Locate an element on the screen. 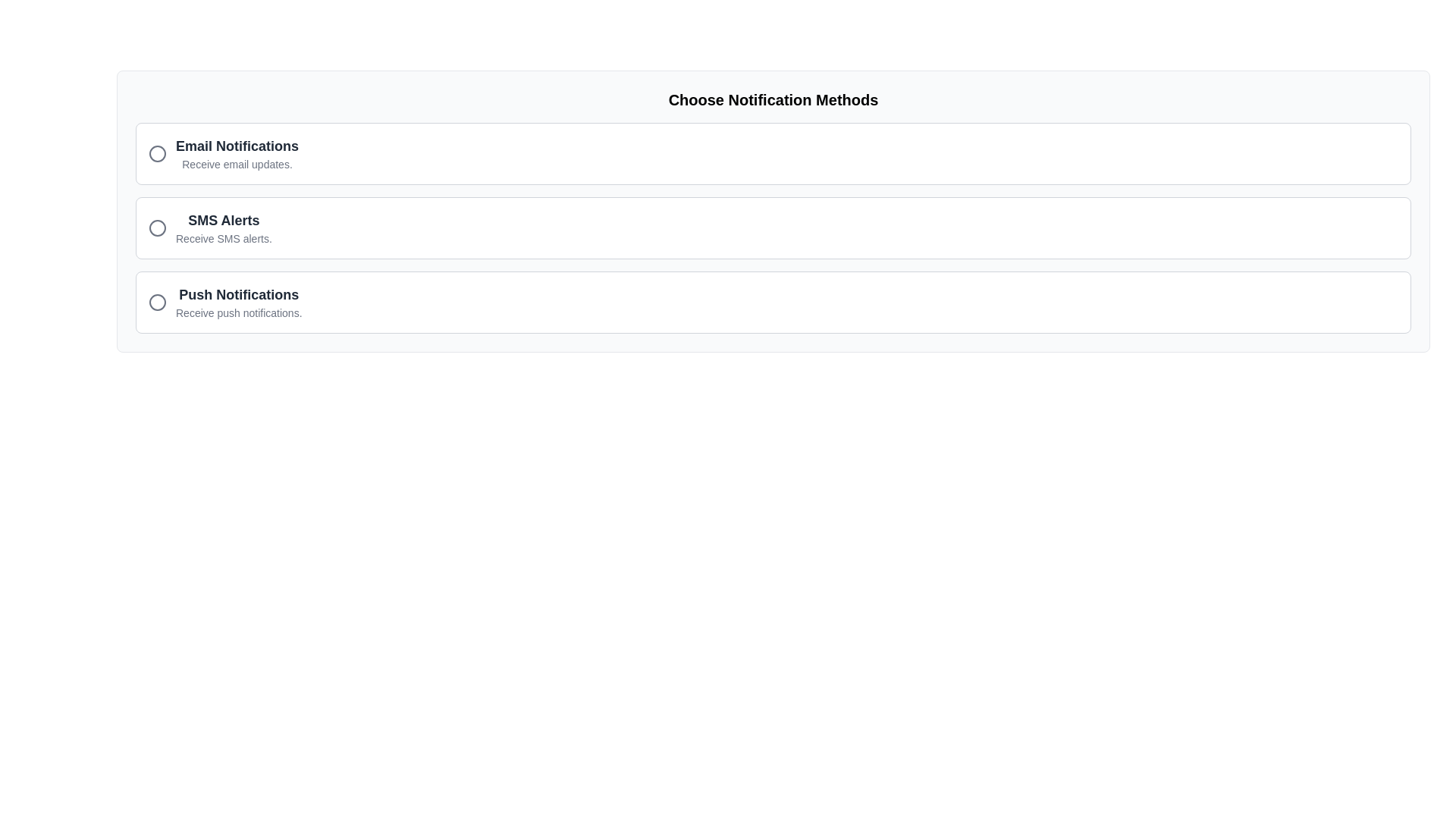 This screenshot has height=819, width=1456. the SMS Alerts icon located on the left side of the SMS Alerts selection panel, preceding the text 'SMS Alerts' and its description 'Receive SMS alerts.' is located at coordinates (157, 227).